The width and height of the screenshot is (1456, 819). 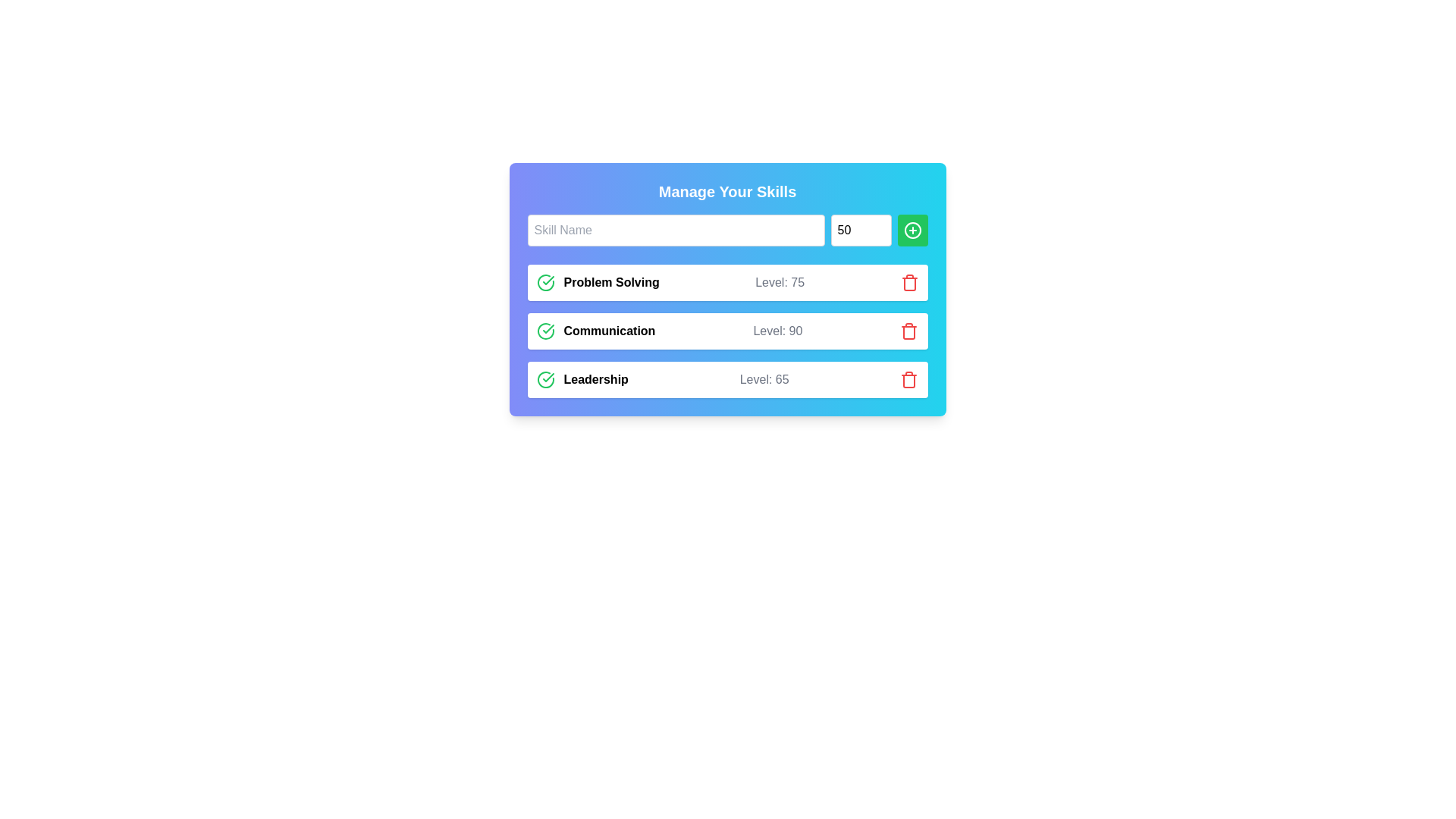 I want to click on the 'Leadership' skill entry, which features a green circular checkmark icon followed by the text in bold sans-serif font, indicating a completed status, so click(x=582, y=379).